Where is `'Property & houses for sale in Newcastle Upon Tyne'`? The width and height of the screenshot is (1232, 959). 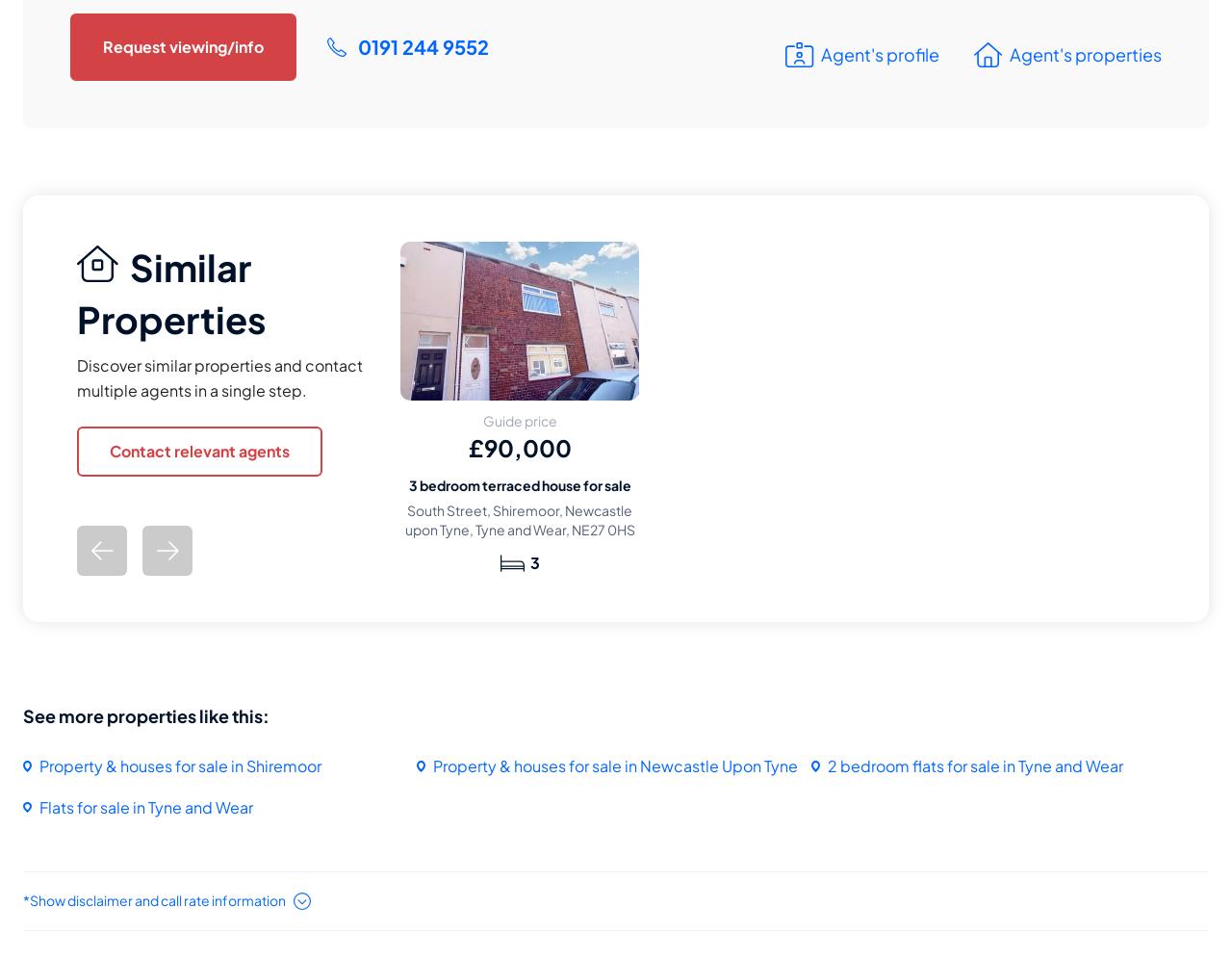 'Property & houses for sale in Newcastle Upon Tyne' is located at coordinates (614, 765).